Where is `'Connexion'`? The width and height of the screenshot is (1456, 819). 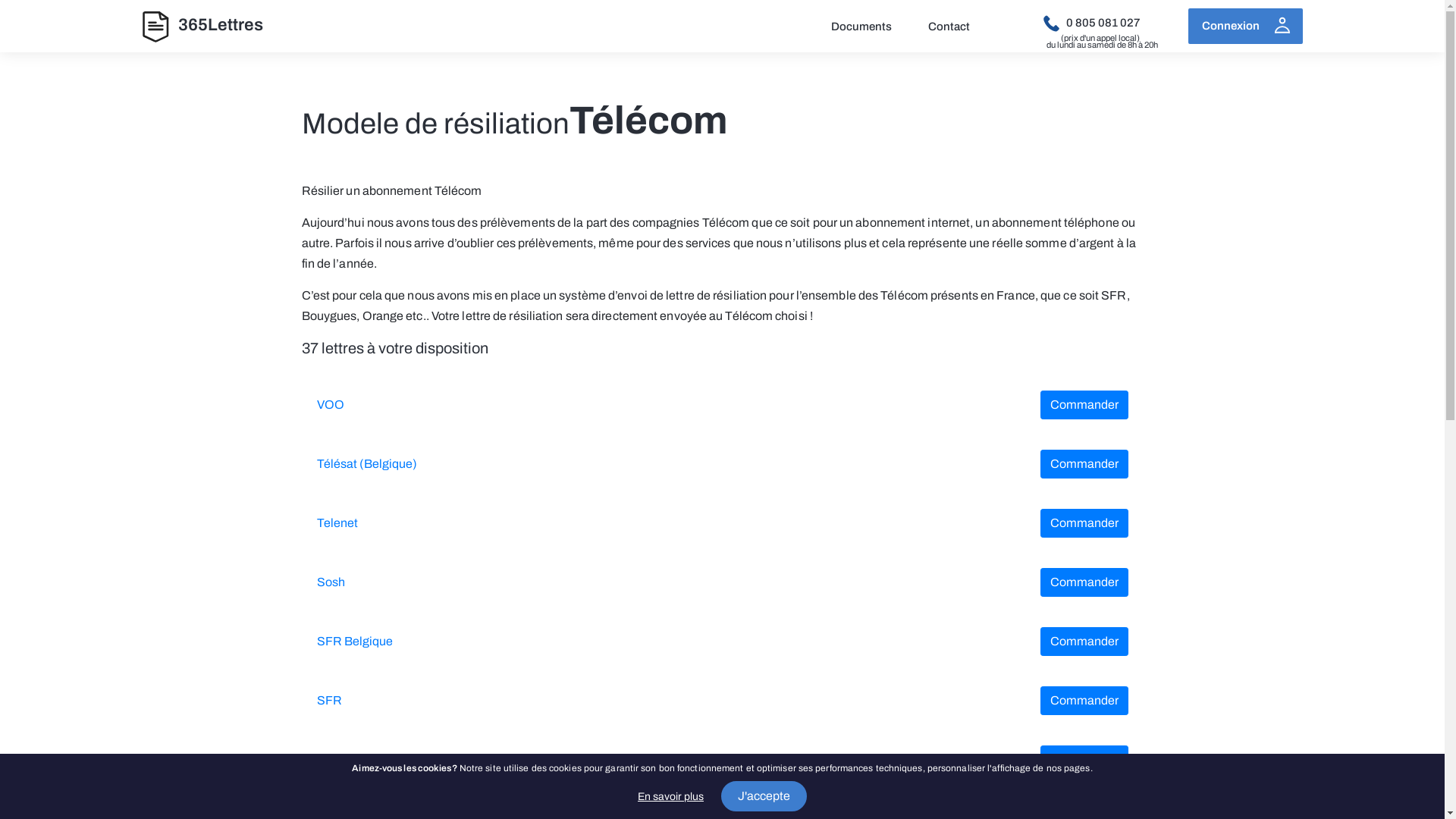 'Connexion' is located at coordinates (1244, 26).